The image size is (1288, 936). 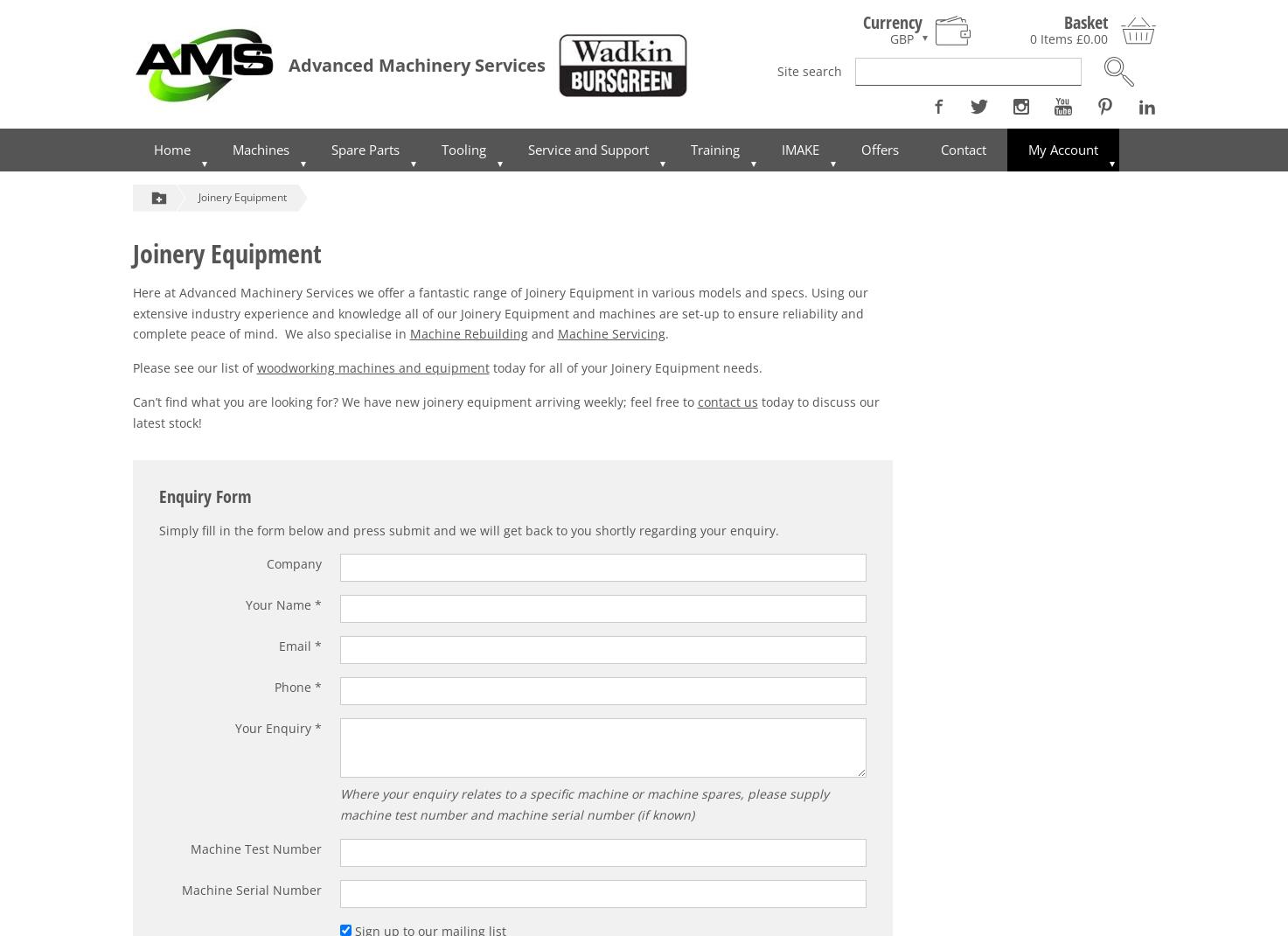 I want to click on 'GBP', so click(x=901, y=37).